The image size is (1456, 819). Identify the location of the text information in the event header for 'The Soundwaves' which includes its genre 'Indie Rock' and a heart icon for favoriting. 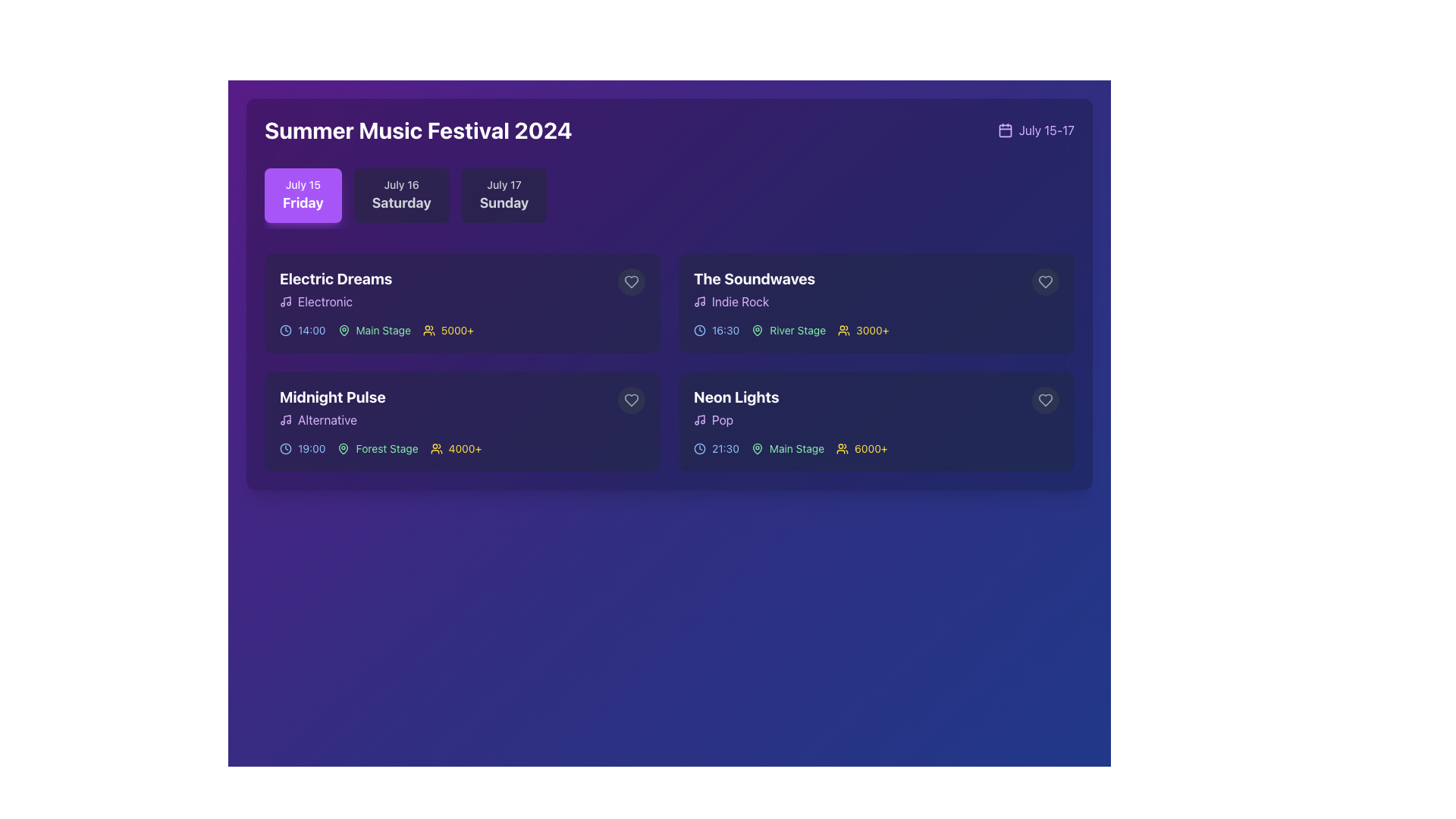
(877, 289).